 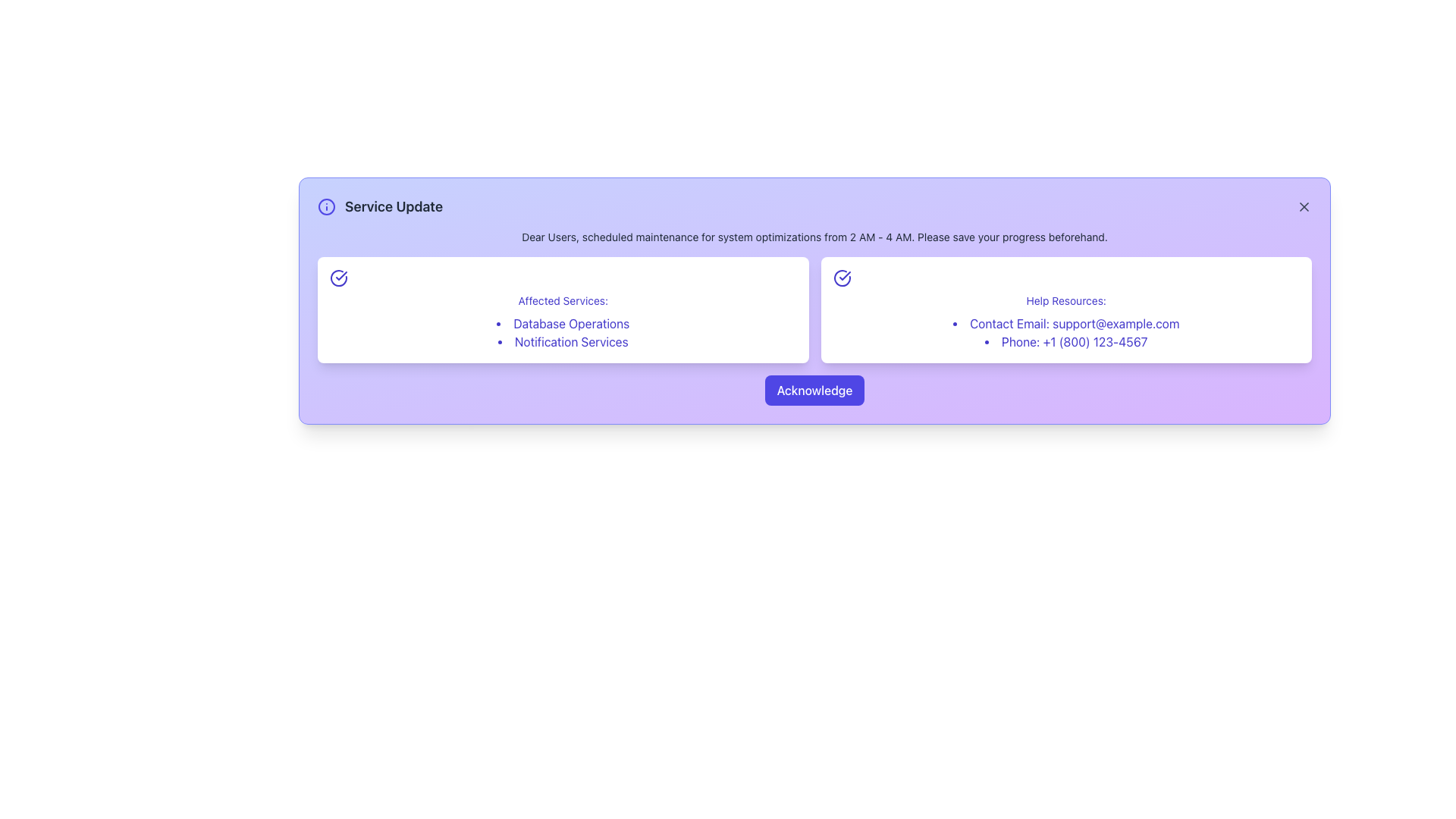 I want to click on the close button located in the upper-right corner of the purple notification panel, so click(x=1303, y=207).